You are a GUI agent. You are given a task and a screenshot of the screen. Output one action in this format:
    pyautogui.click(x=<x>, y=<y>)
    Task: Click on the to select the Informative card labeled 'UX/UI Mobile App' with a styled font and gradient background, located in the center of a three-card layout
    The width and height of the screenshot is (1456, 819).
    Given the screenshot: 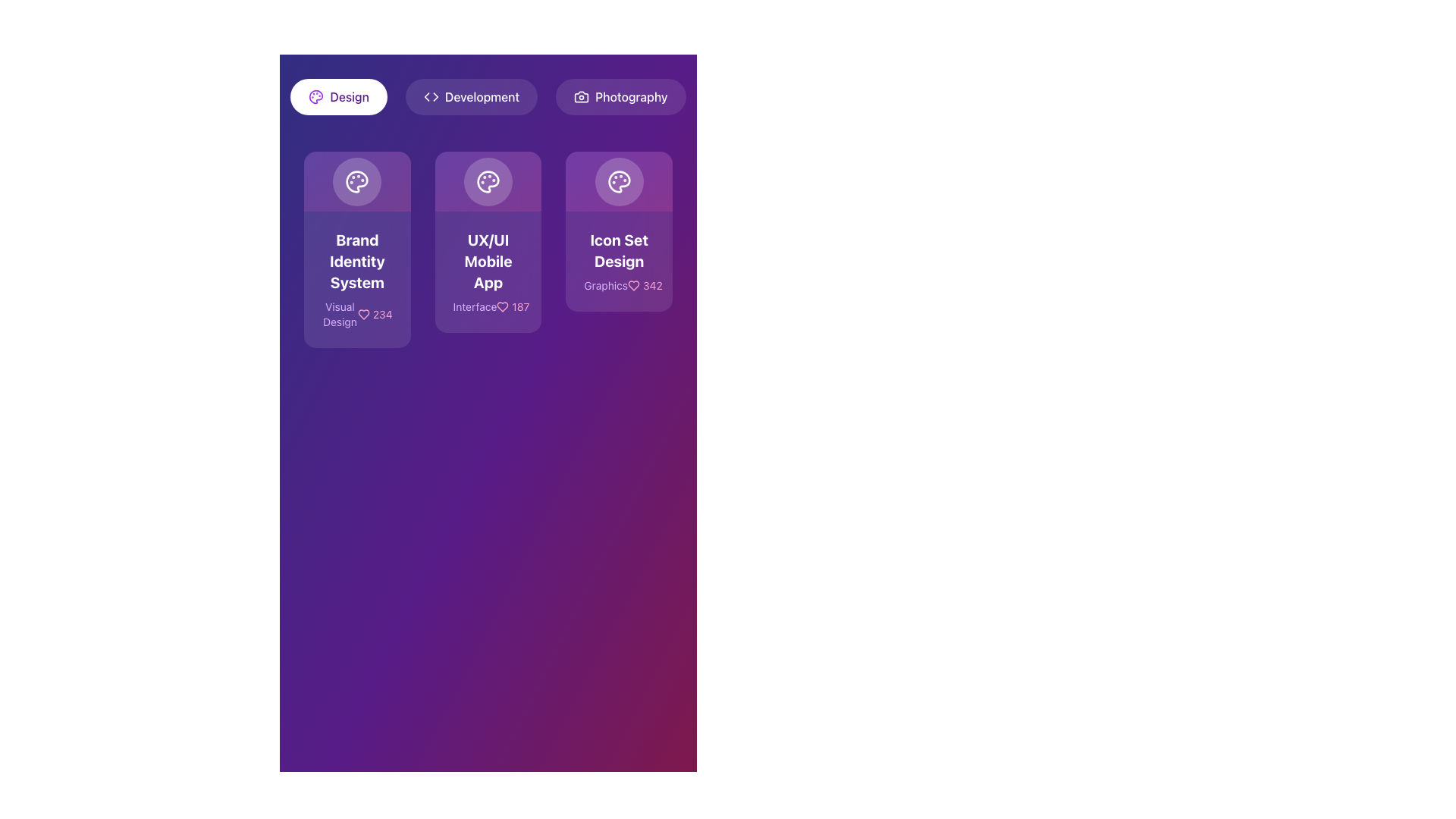 What is the action you would take?
    pyautogui.click(x=488, y=271)
    